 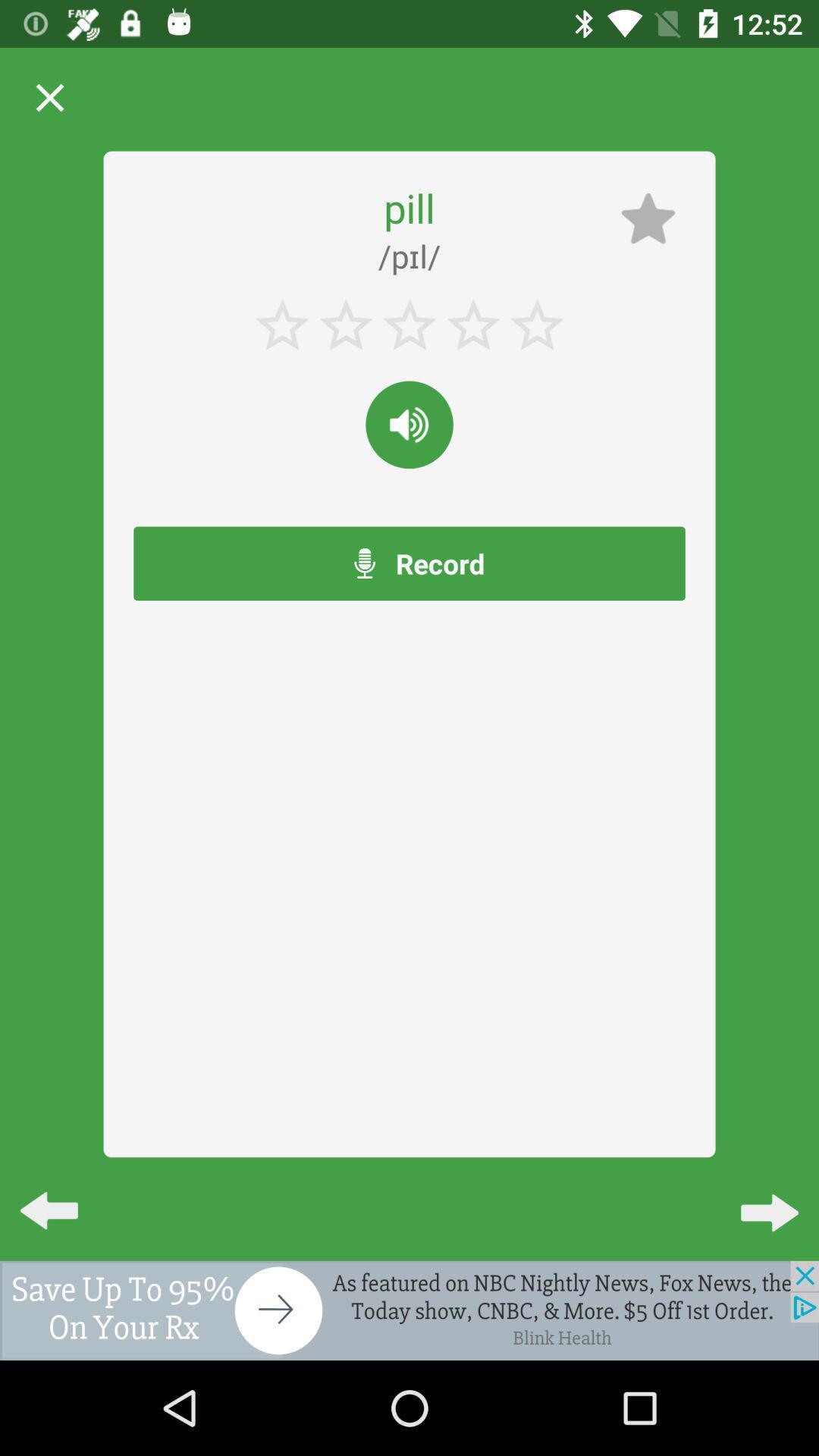 What do you see at coordinates (648, 218) in the screenshot?
I see `the star icon` at bounding box center [648, 218].